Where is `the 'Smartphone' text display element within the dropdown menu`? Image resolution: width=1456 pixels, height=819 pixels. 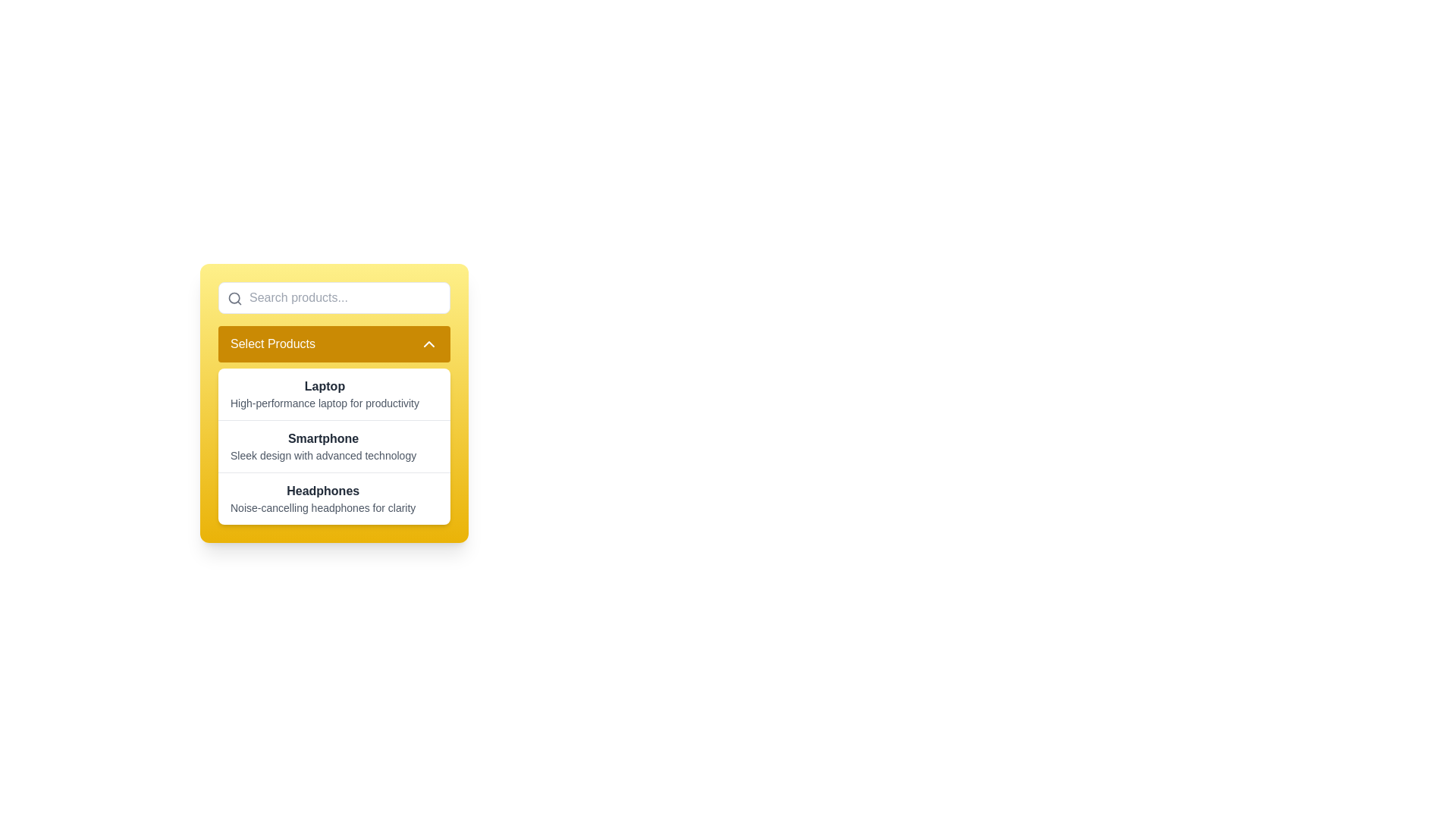 the 'Smartphone' text display element within the dropdown menu is located at coordinates (334, 445).